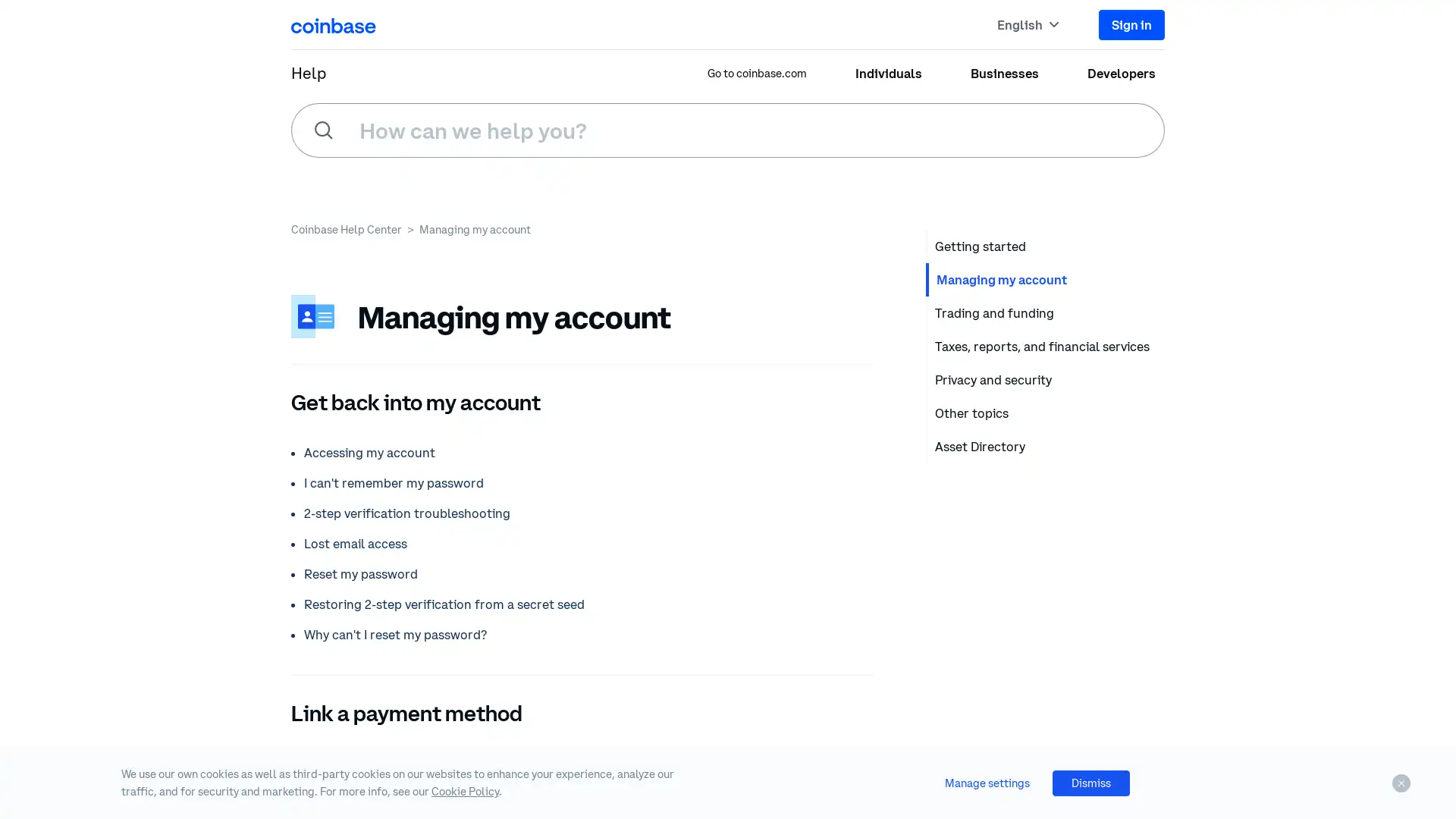 The height and width of the screenshot is (819, 1456). Describe the element at coordinates (888, 73) in the screenshot. I see `Individuals` at that location.